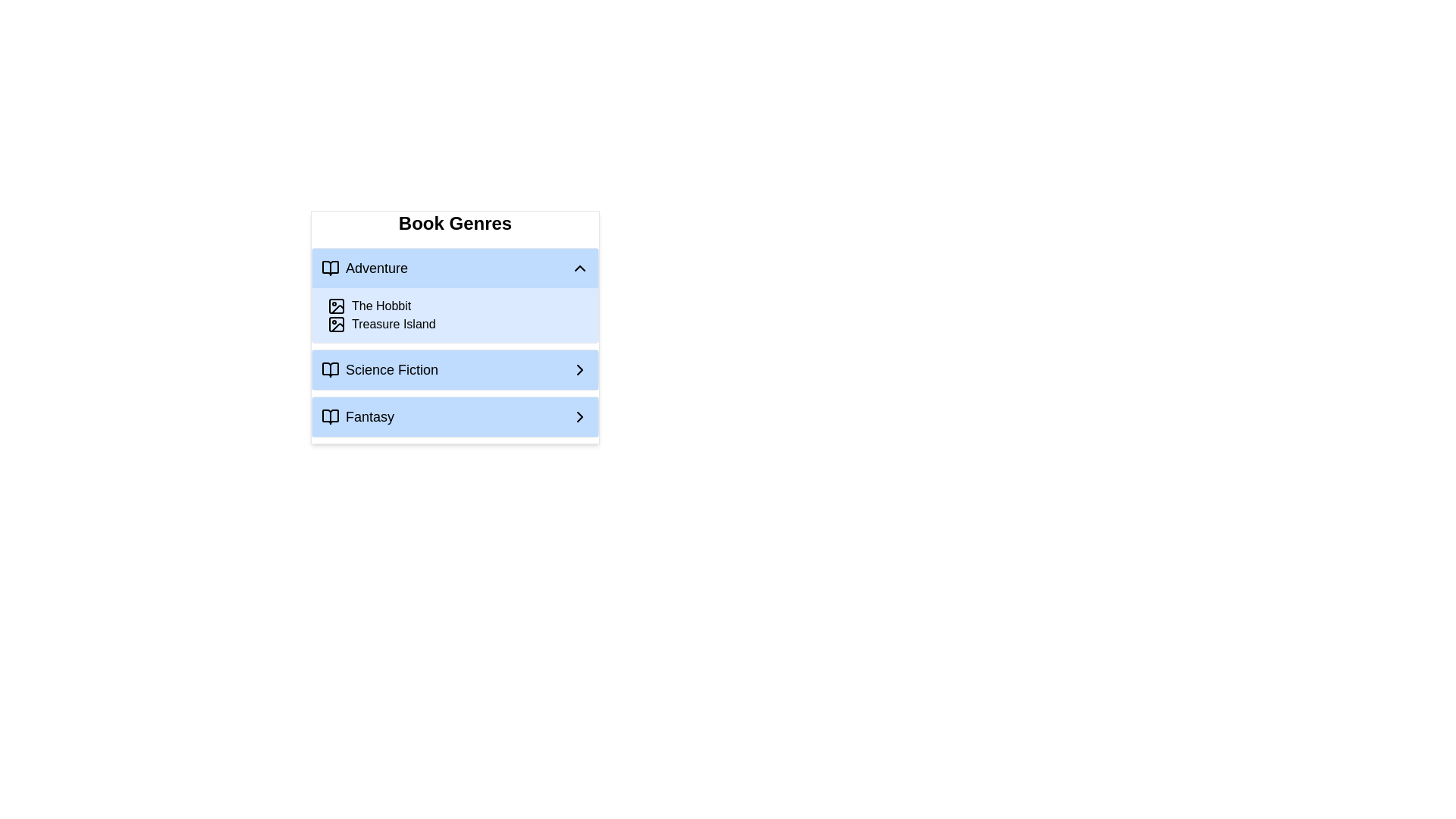 The height and width of the screenshot is (819, 1456). Describe the element at coordinates (336, 324) in the screenshot. I see `the rounded rectangle SVG shape element that is part of the icon representing 'The Hobbit' in the 'Adventure' category under 'Book Genres'` at that location.